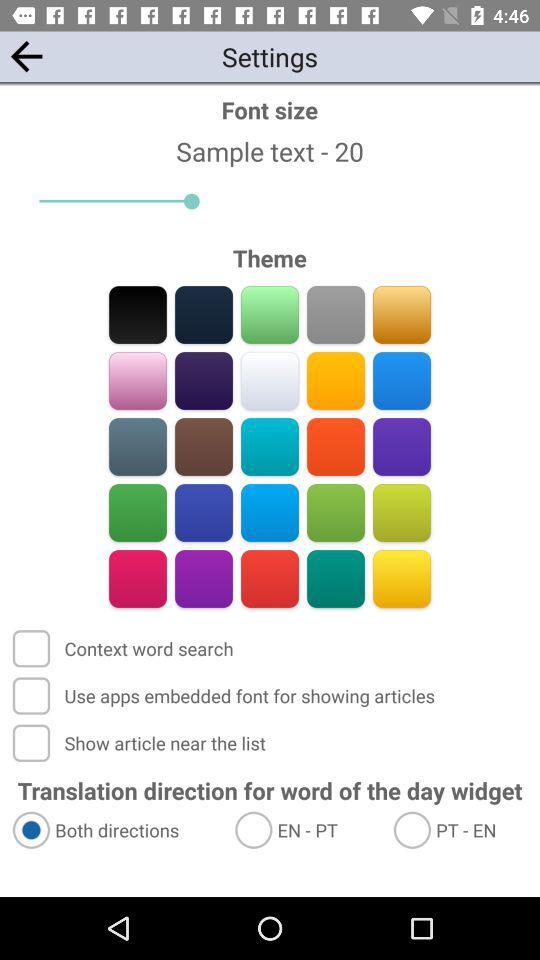 This screenshot has height=960, width=540. I want to click on the context word search, so click(125, 647).